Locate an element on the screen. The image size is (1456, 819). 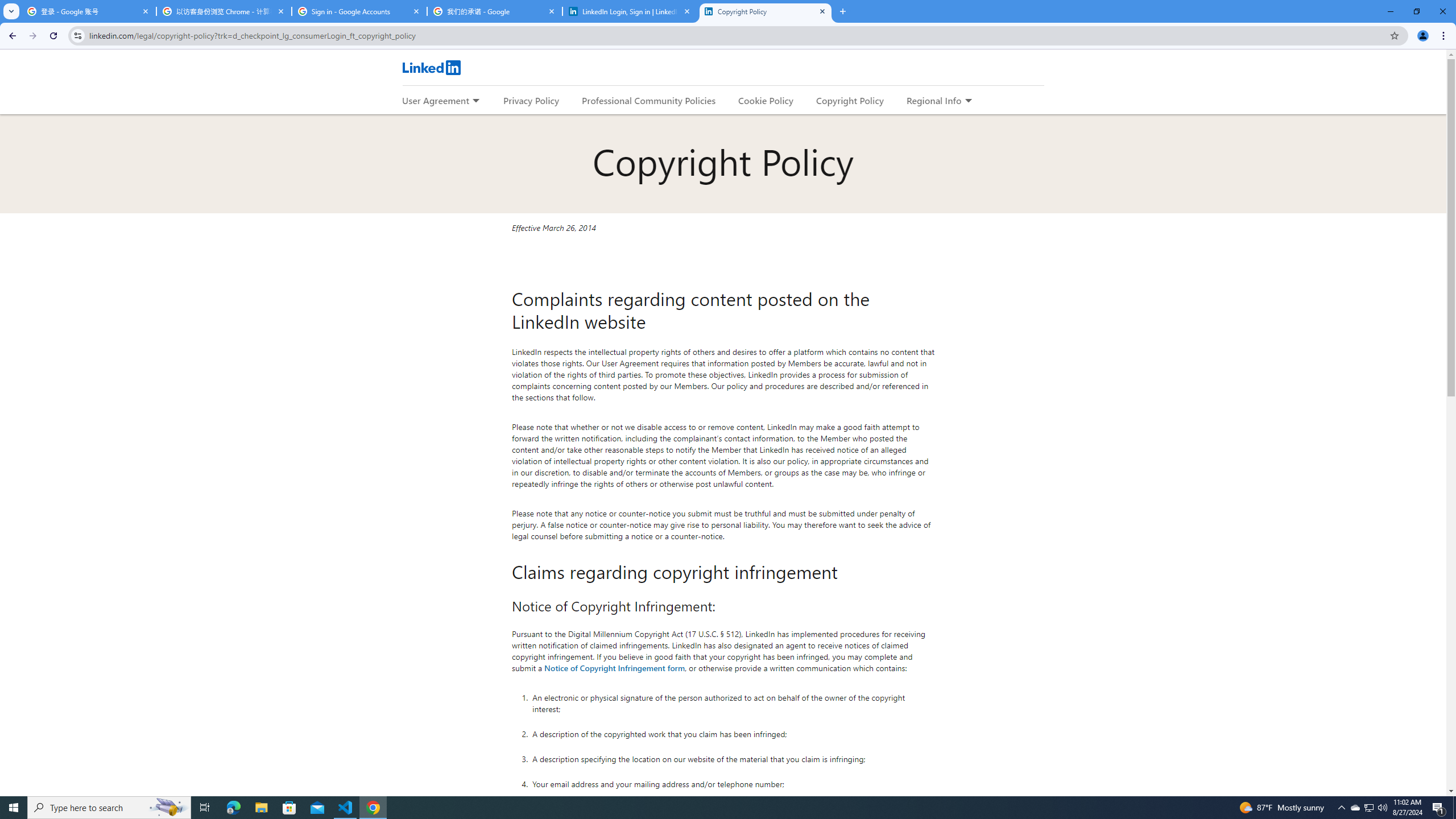
'Expand to show more links for Regional Info' is located at coordinates (967, 101).